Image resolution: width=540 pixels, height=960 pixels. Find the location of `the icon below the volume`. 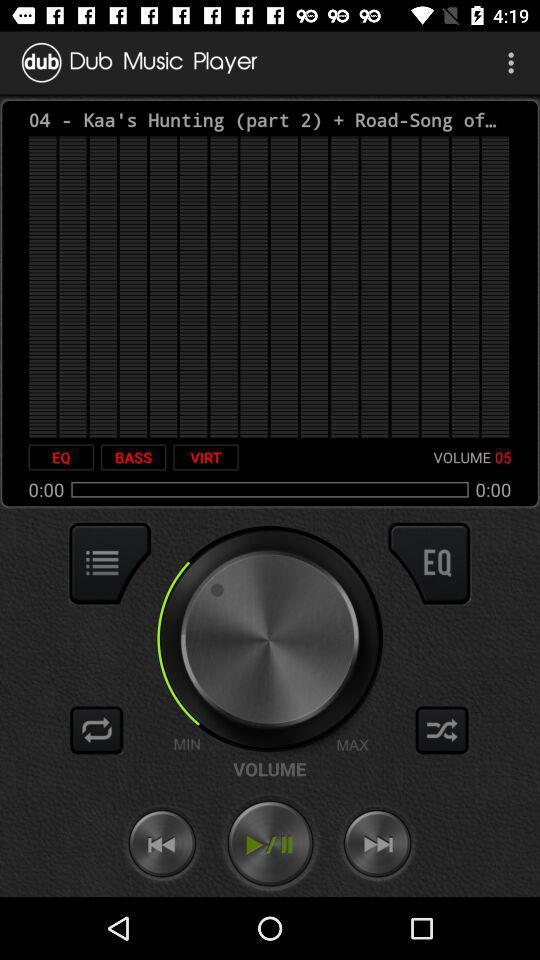

the icon below the volume is located at coordinates (270, 843).